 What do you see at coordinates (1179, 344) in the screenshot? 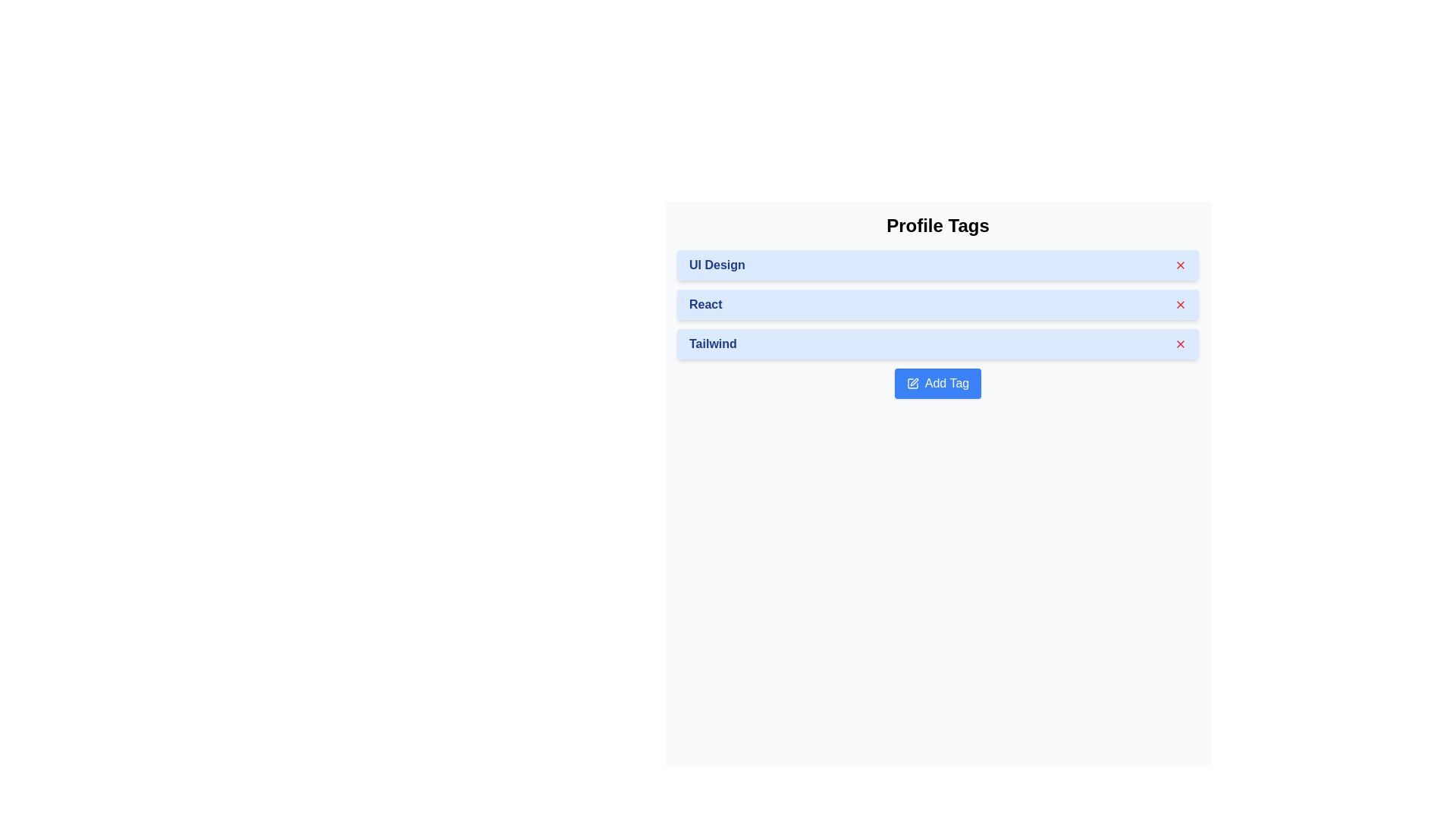
I see `the close icon button located on the right edge of the blue panel labeled 'Tailwind'` at bounding box center [1179, 344].